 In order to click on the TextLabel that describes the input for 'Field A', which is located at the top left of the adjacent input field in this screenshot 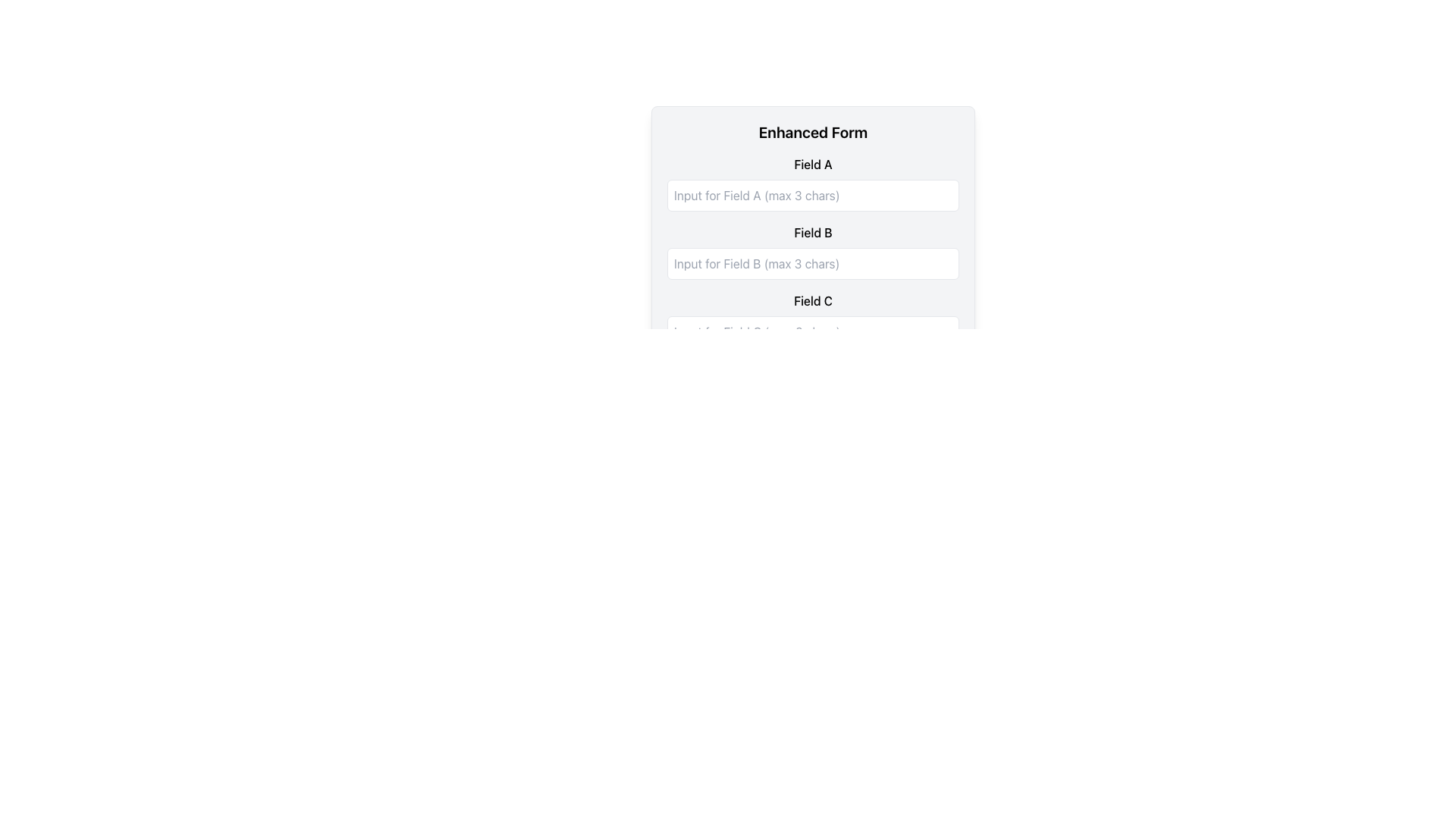, I will do `click(812, 164)`.